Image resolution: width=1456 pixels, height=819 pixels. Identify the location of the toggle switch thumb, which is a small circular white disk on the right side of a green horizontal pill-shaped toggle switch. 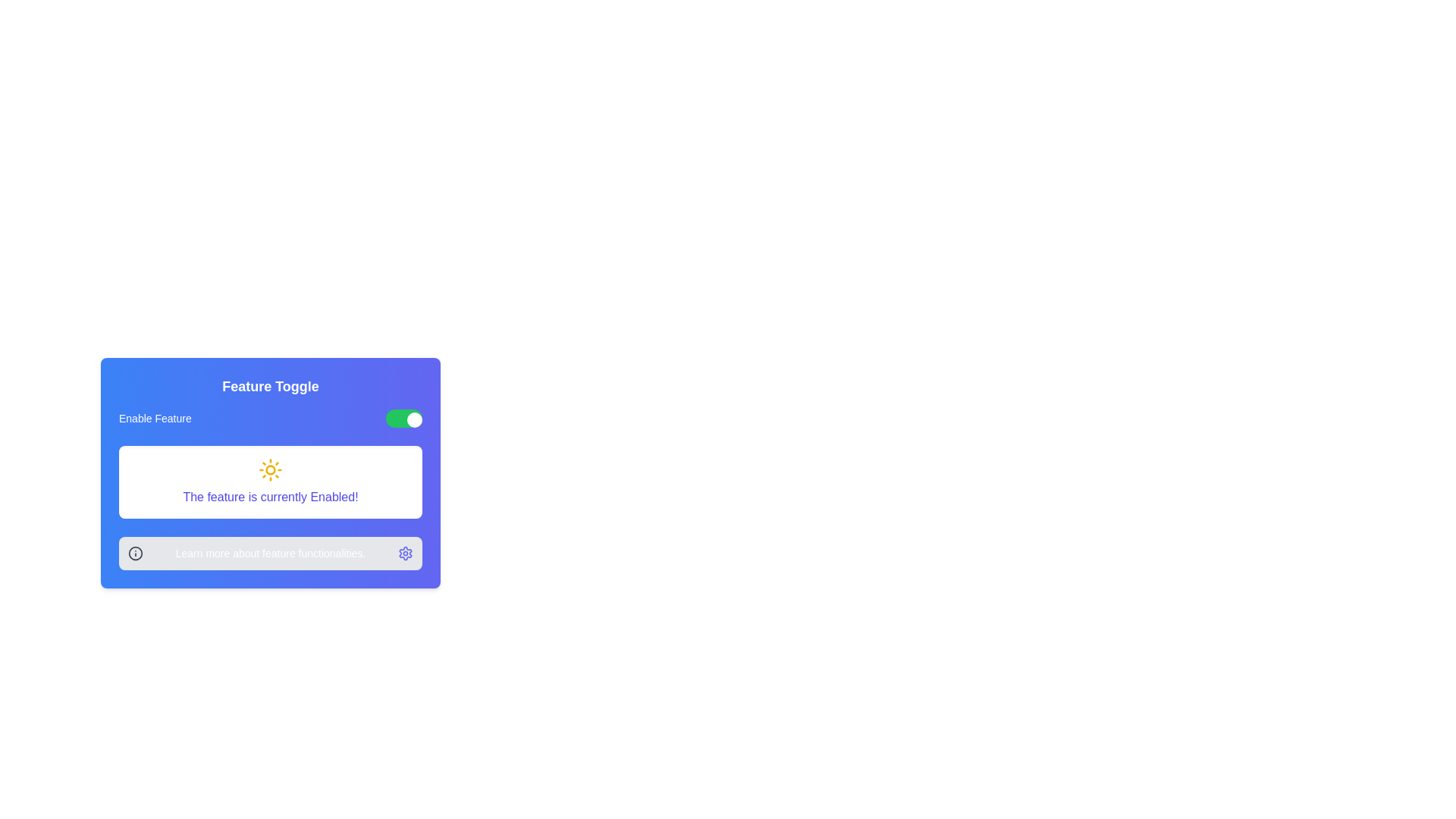
(415, 420).